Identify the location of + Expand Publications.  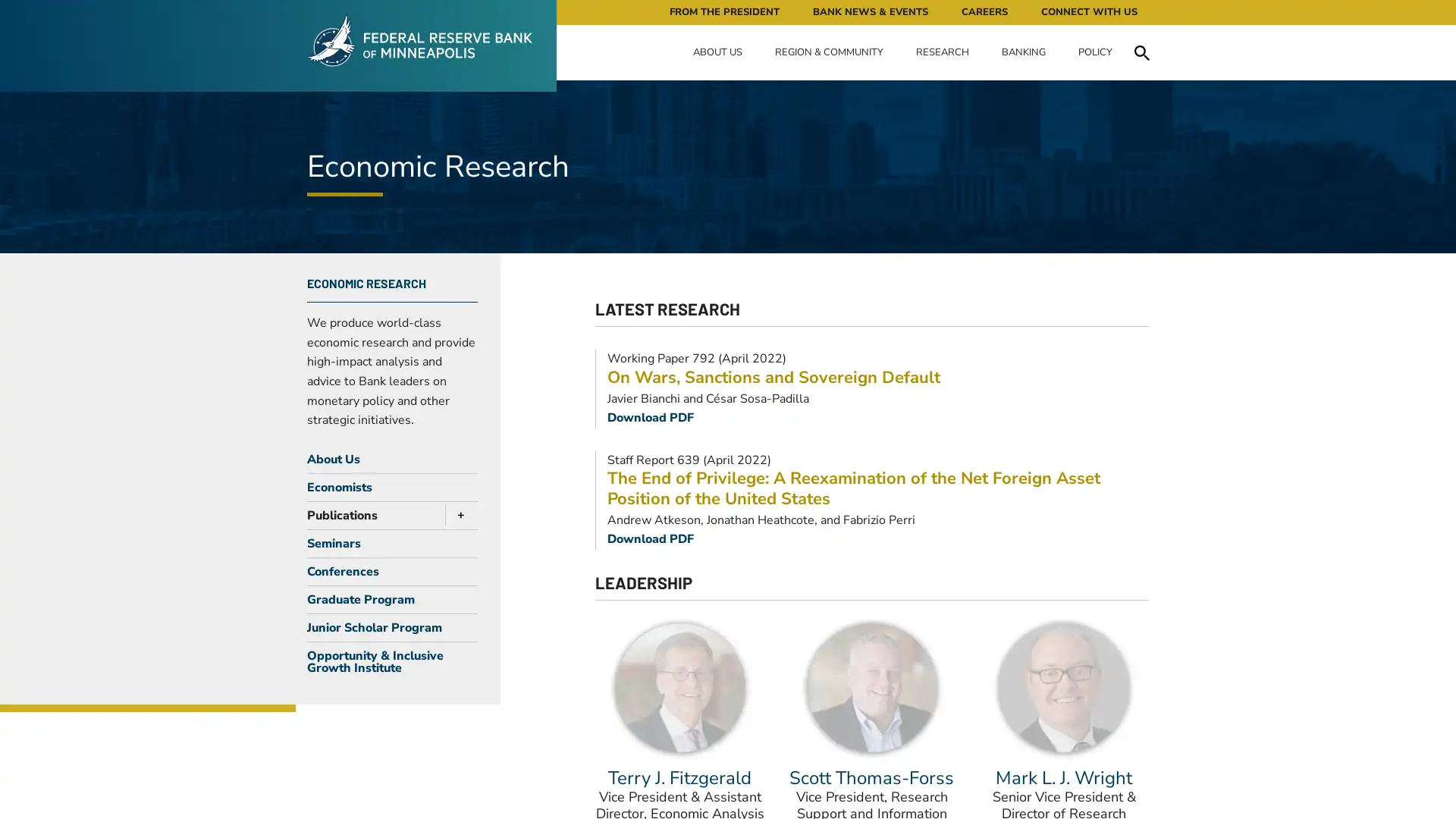
(457, 513).